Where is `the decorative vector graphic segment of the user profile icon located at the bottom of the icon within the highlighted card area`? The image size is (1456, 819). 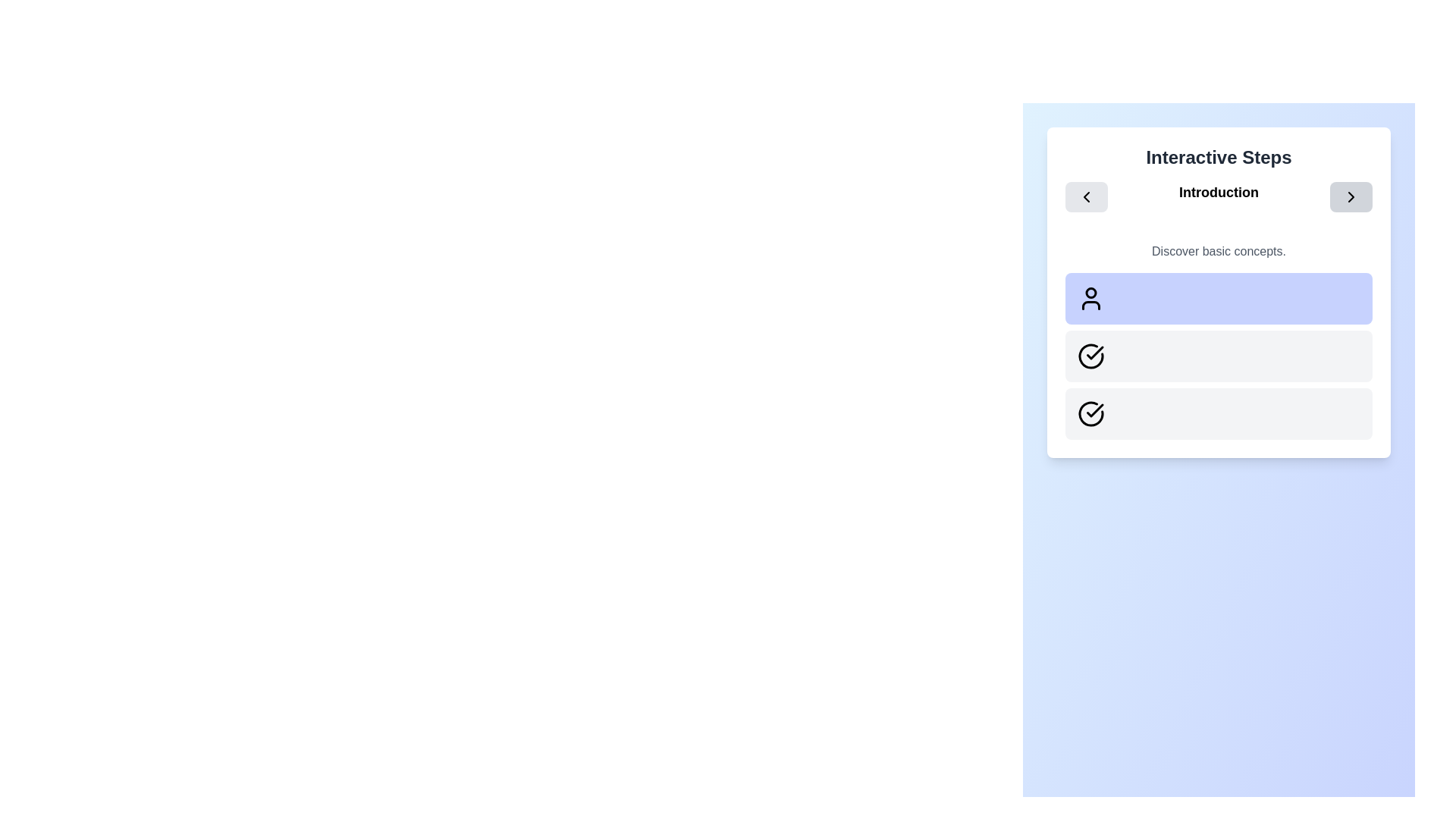 the decorative vector graphic segment of the user profile icon located at the bottom of the icon within the highlighted card area is located at coordinates (1090, 305).